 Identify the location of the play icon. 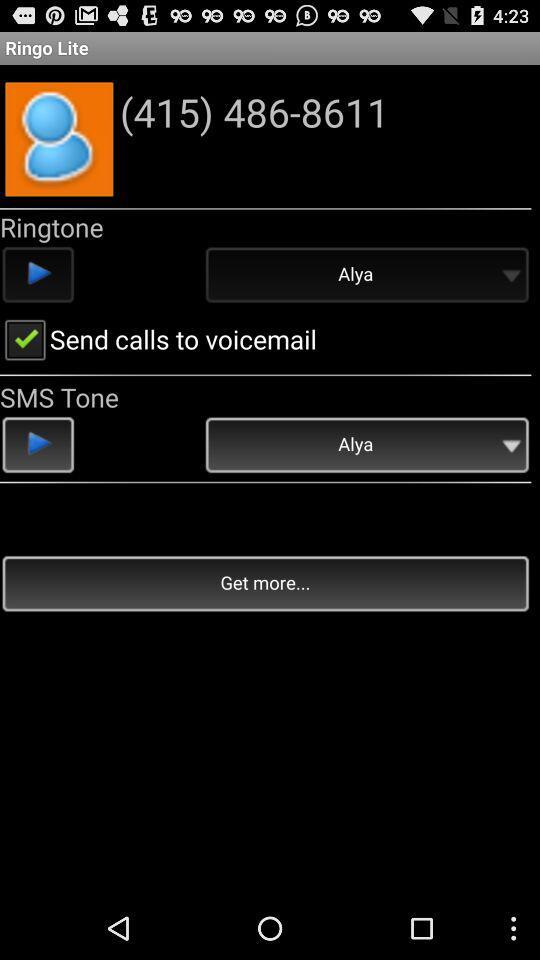
(38, 294).